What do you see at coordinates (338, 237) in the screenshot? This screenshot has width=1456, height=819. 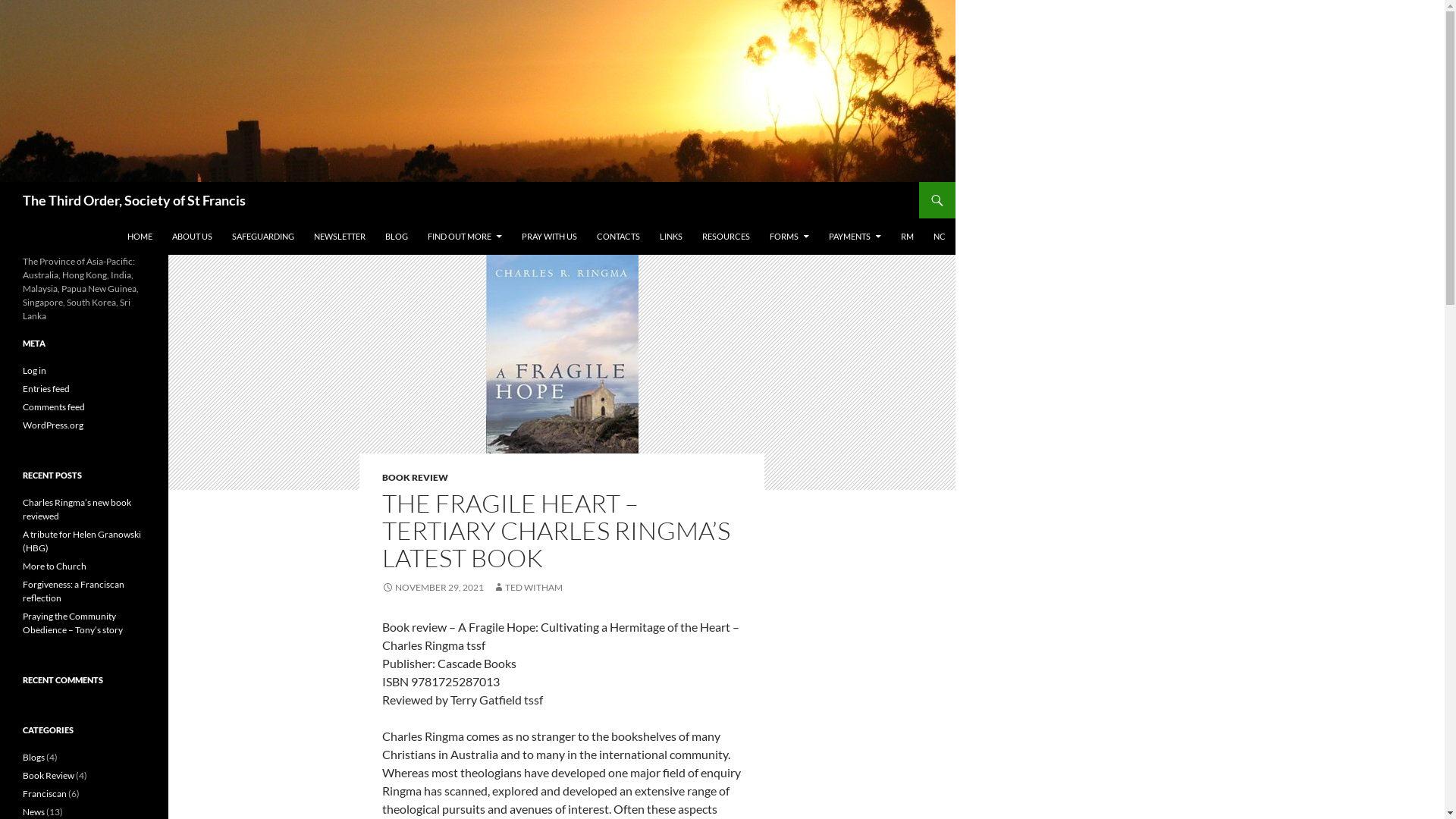 I see `'NEWSLETTER'` at bounding box center [338, 237].